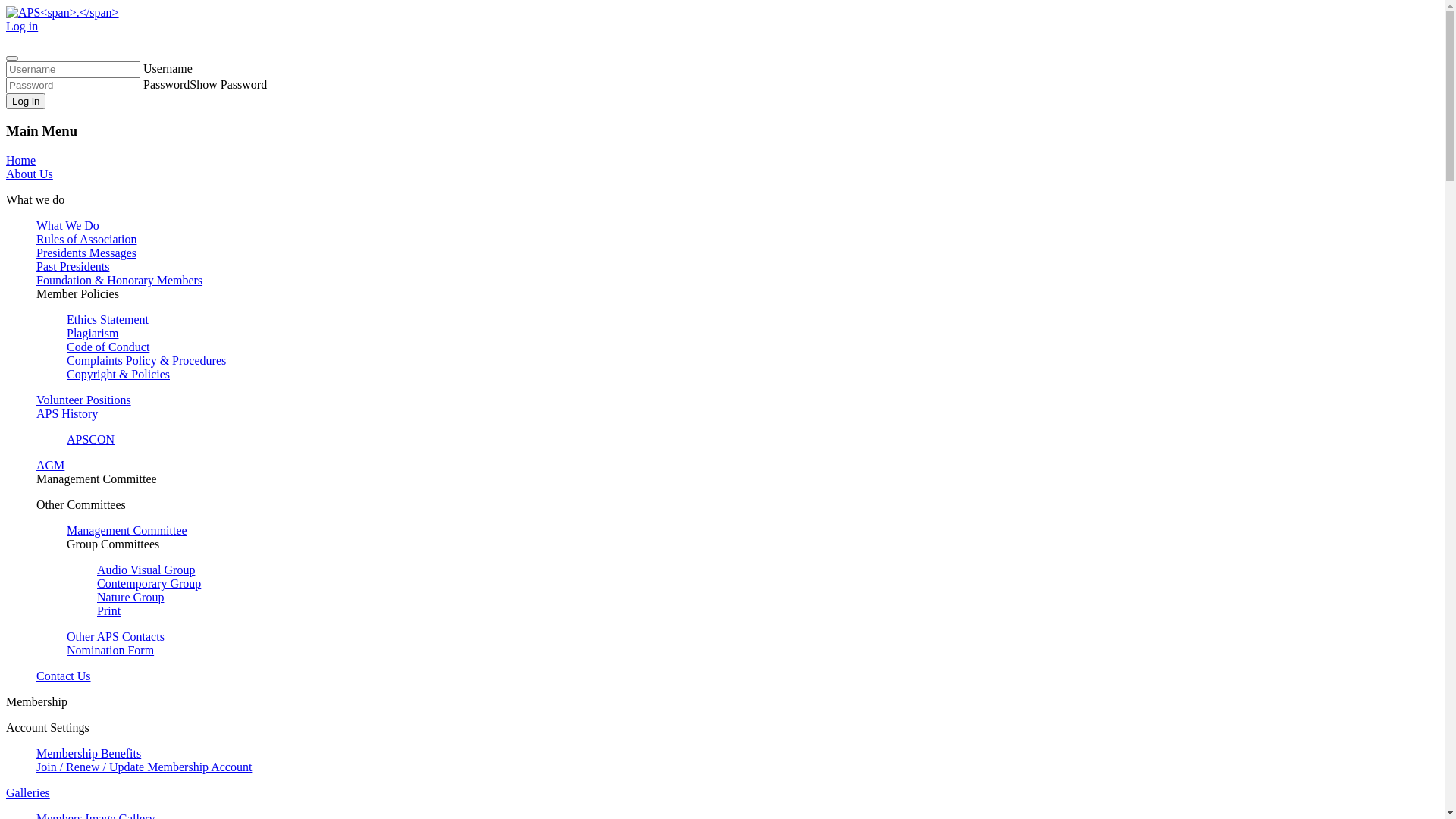 The image size is (1456, 819). Describe the element at coordinates (67, 225) in the screenshot. I see `'What We Do'` at that location.